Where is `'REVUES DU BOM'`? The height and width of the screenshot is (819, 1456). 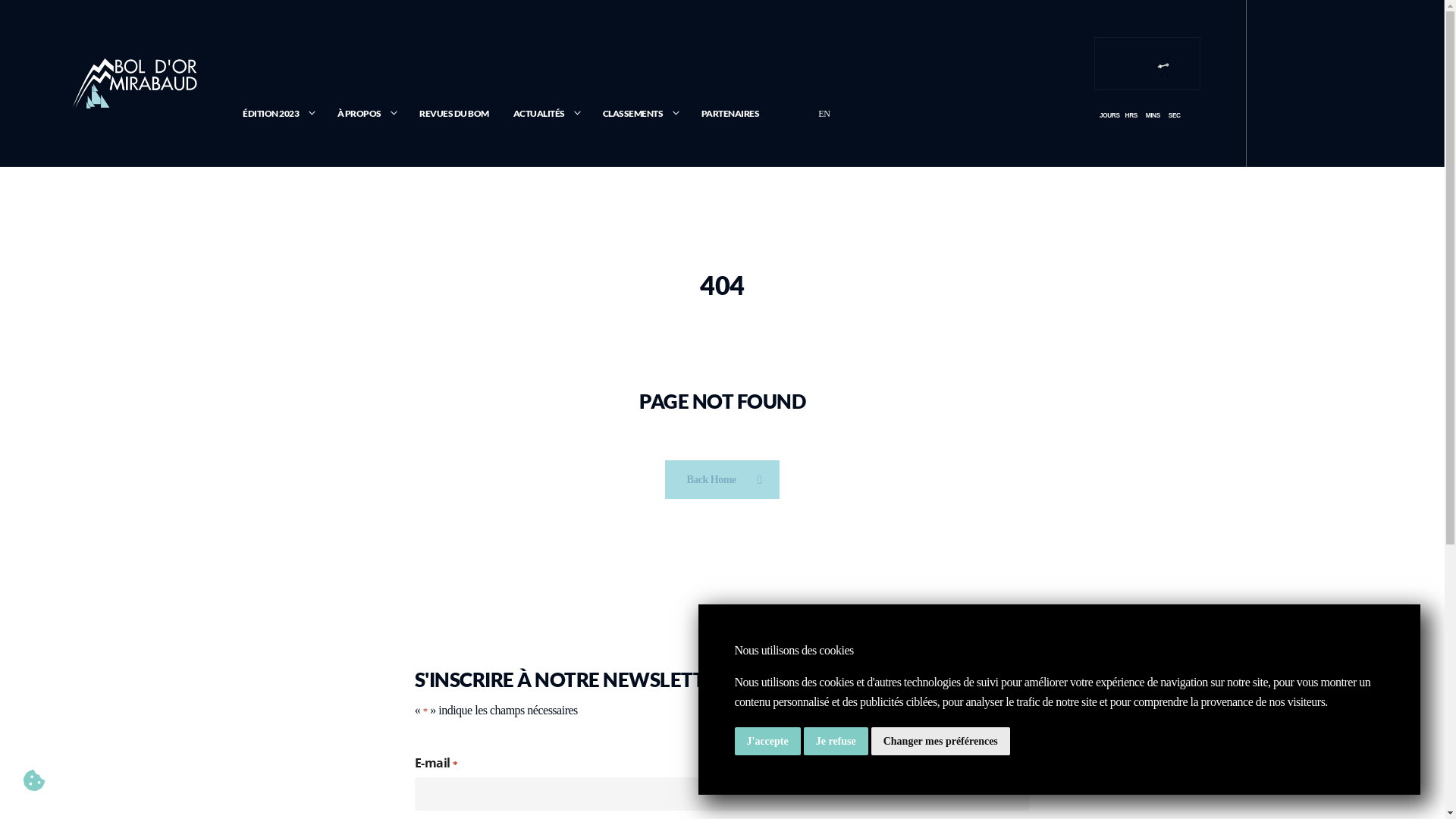 'REVUES DU BOM' is located at coordinates (453, 113).